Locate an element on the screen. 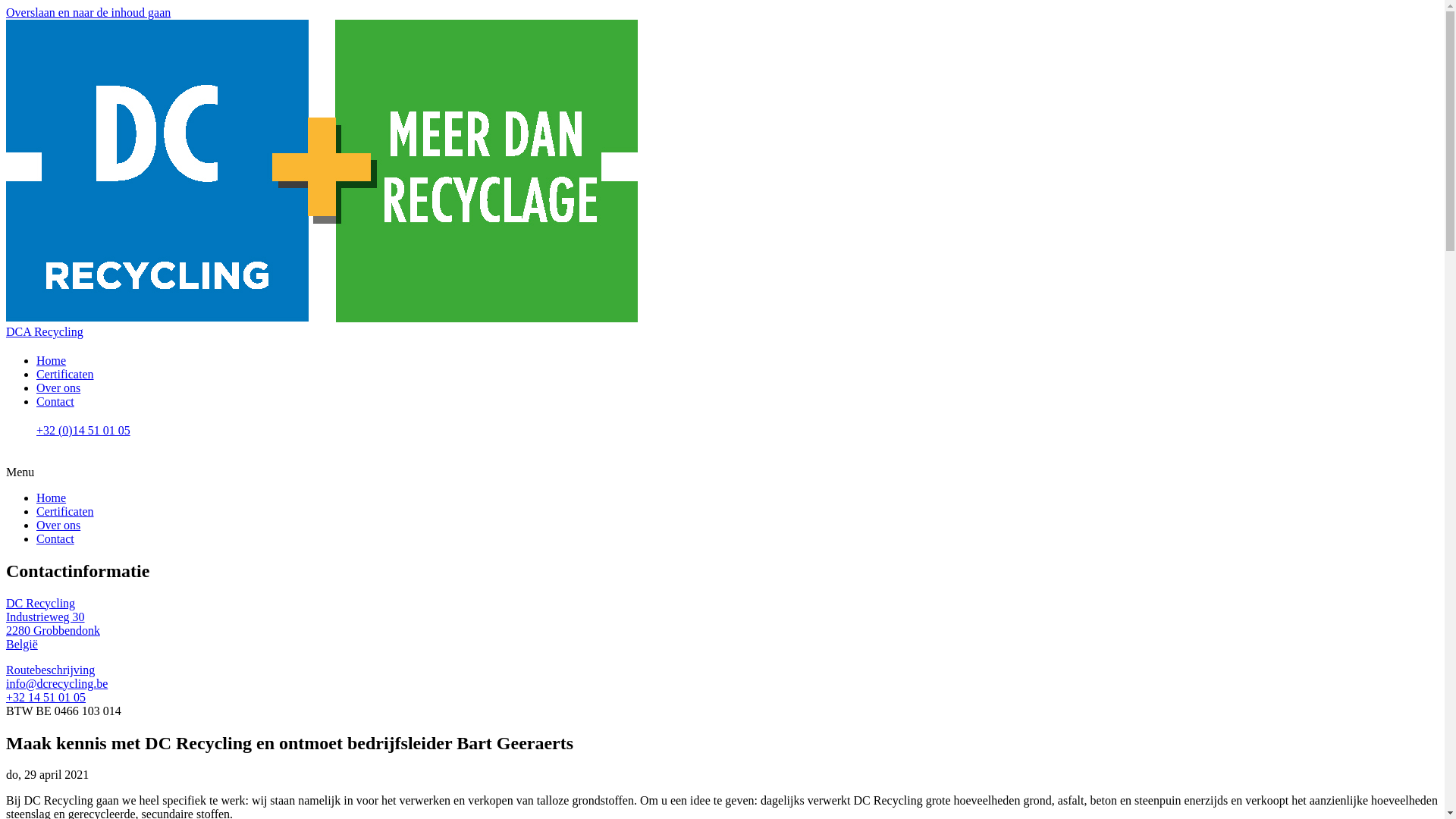 Image resolution: width=1456 pixels, height=819 pixels. '+32 14 51 01 05' is located at coordinates (6, 697).